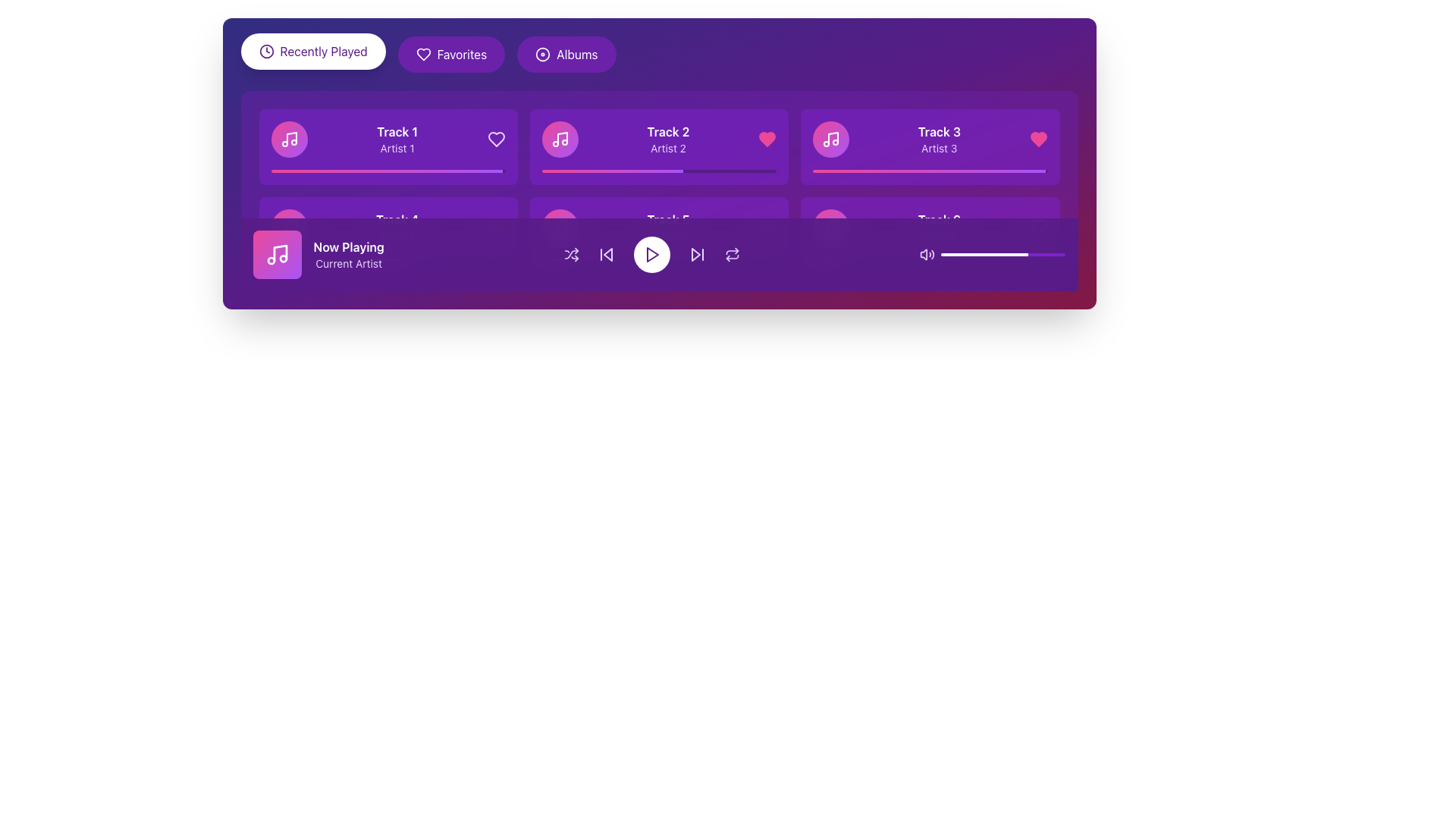 The height and width of the screenshot is (819, 1456). What do you see at coordinates (929, 171) in the screenshot?
I see `the progress bar representing the playback progress of 'Track 3', located in the third column of the top row of track cards, beneath the 'Track 3' label` at bounding box center [929, 171].